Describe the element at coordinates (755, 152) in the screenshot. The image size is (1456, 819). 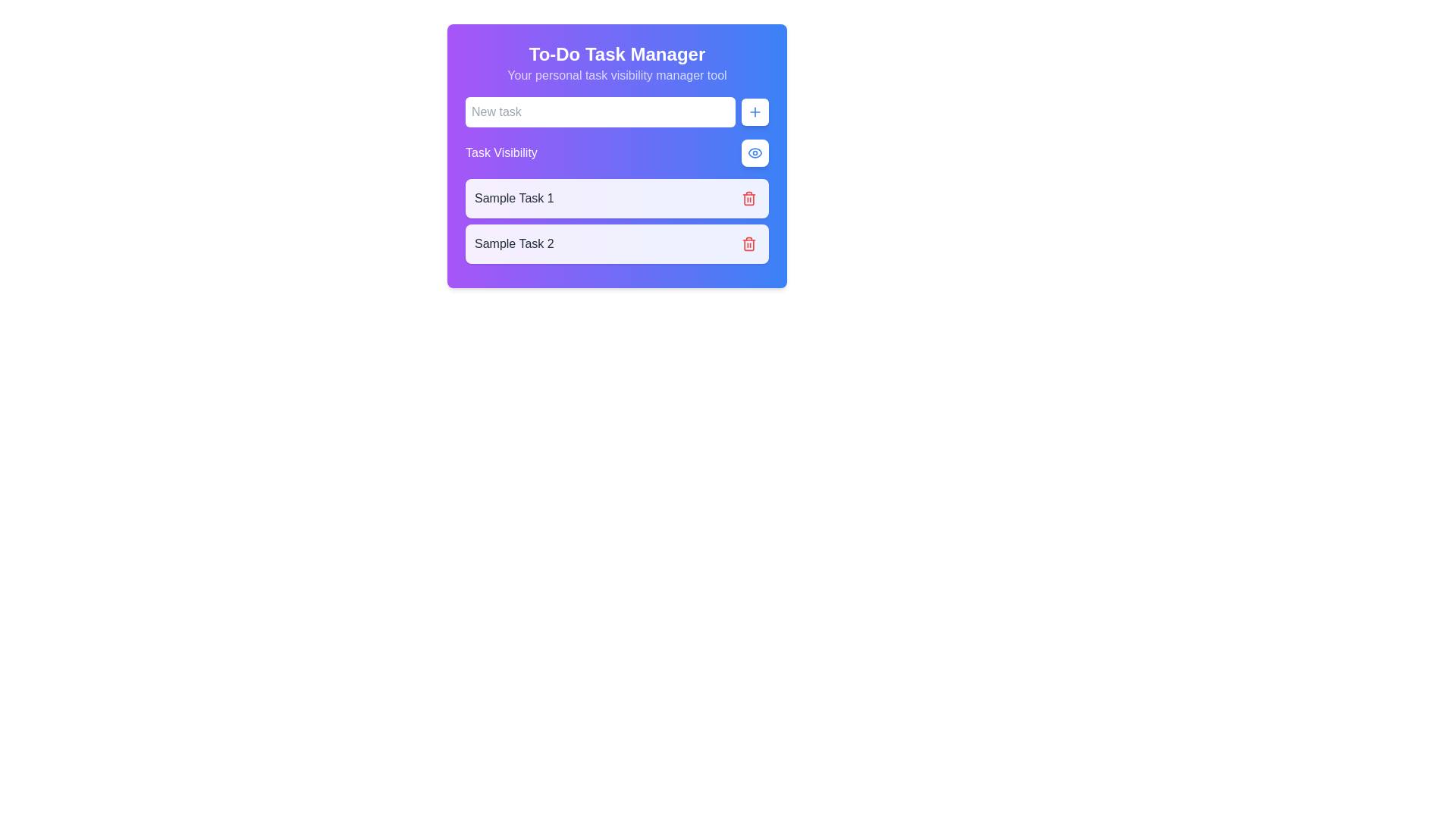
I see `the visibility toggle icon located centrally within the small square button on the right side of the interface` at that location.